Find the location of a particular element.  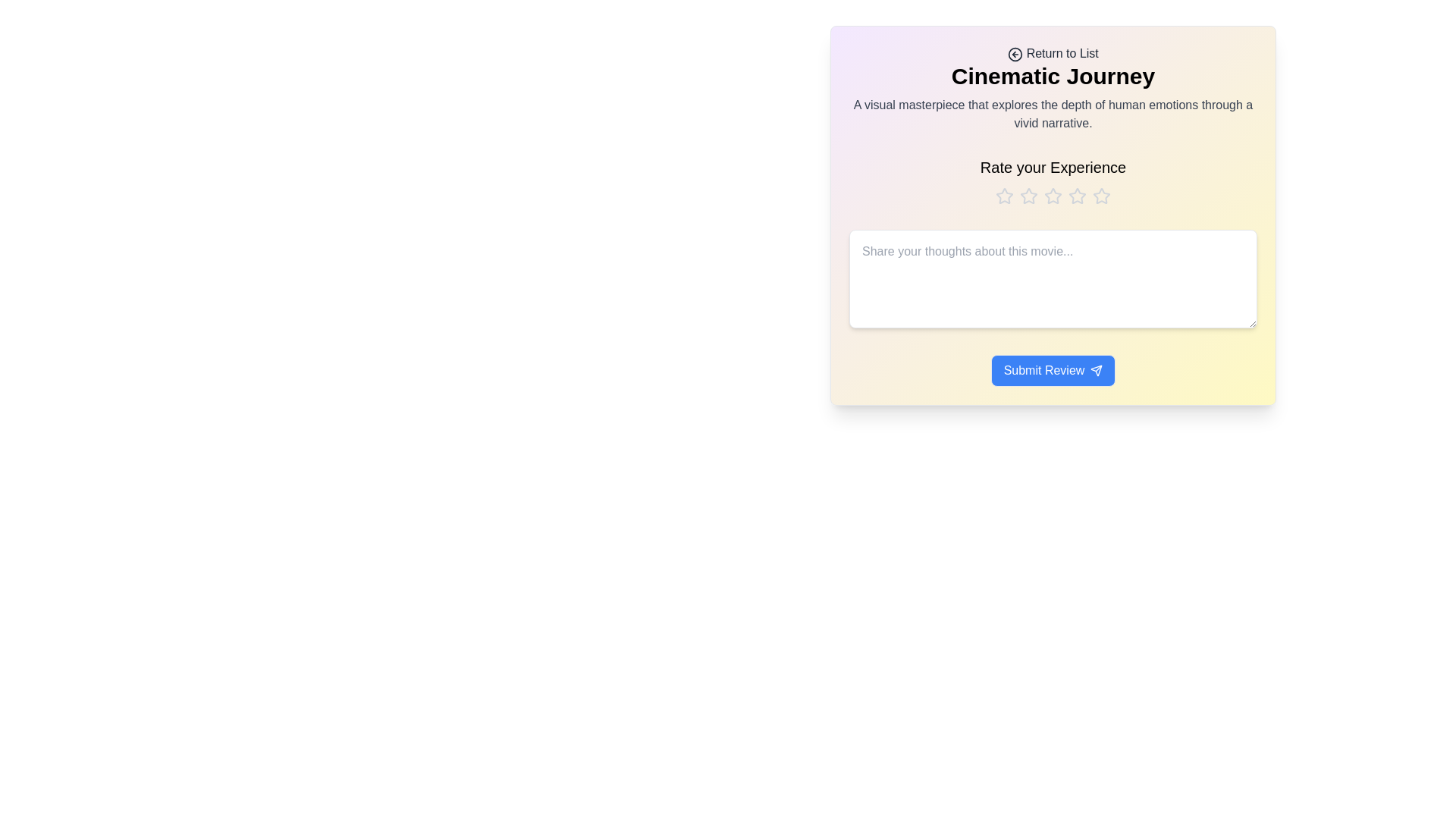

the multi-line text input field for entering thoughts or feedback by pressing the Tab key is located at coordinates (1052, 278).